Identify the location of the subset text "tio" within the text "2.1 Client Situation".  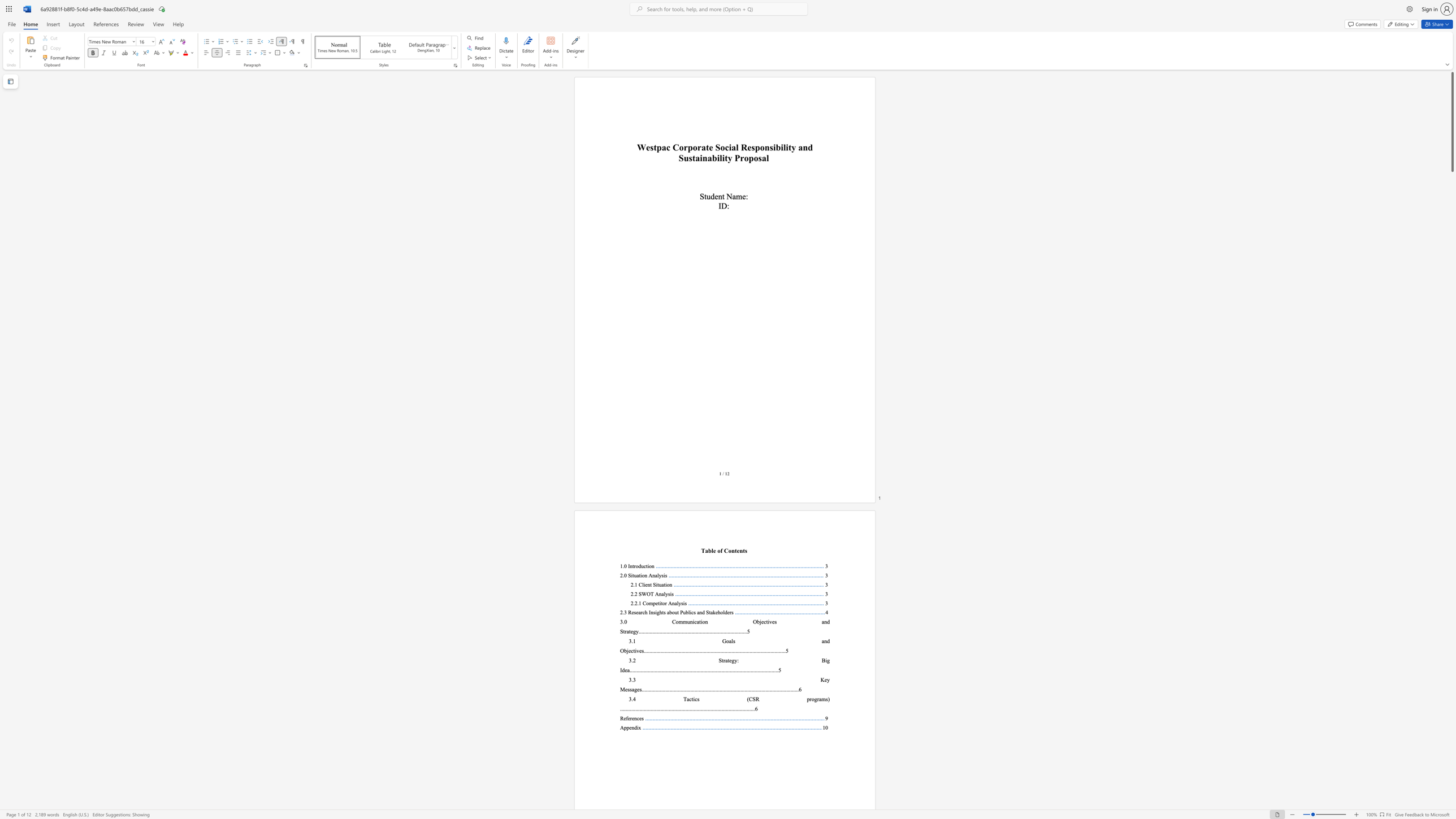
(663, 584).